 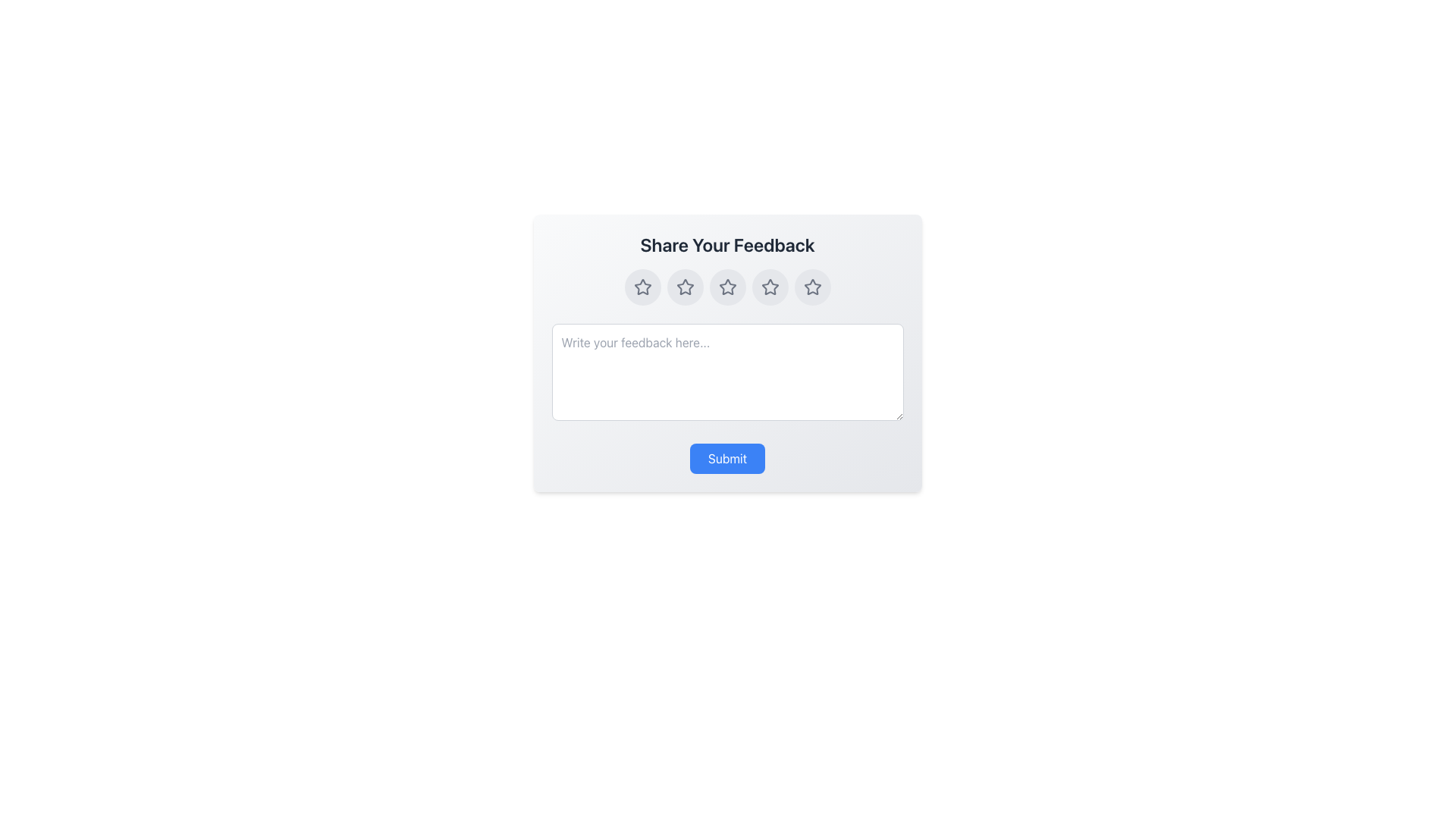 What do you see at coordinates (726, 458) in the screenshot?
I see `the 'Submit' button, which is a blue rectangular button with rounded corners and white text at the bottom-center of the feedback submission form` at bounding box center [726, 458].